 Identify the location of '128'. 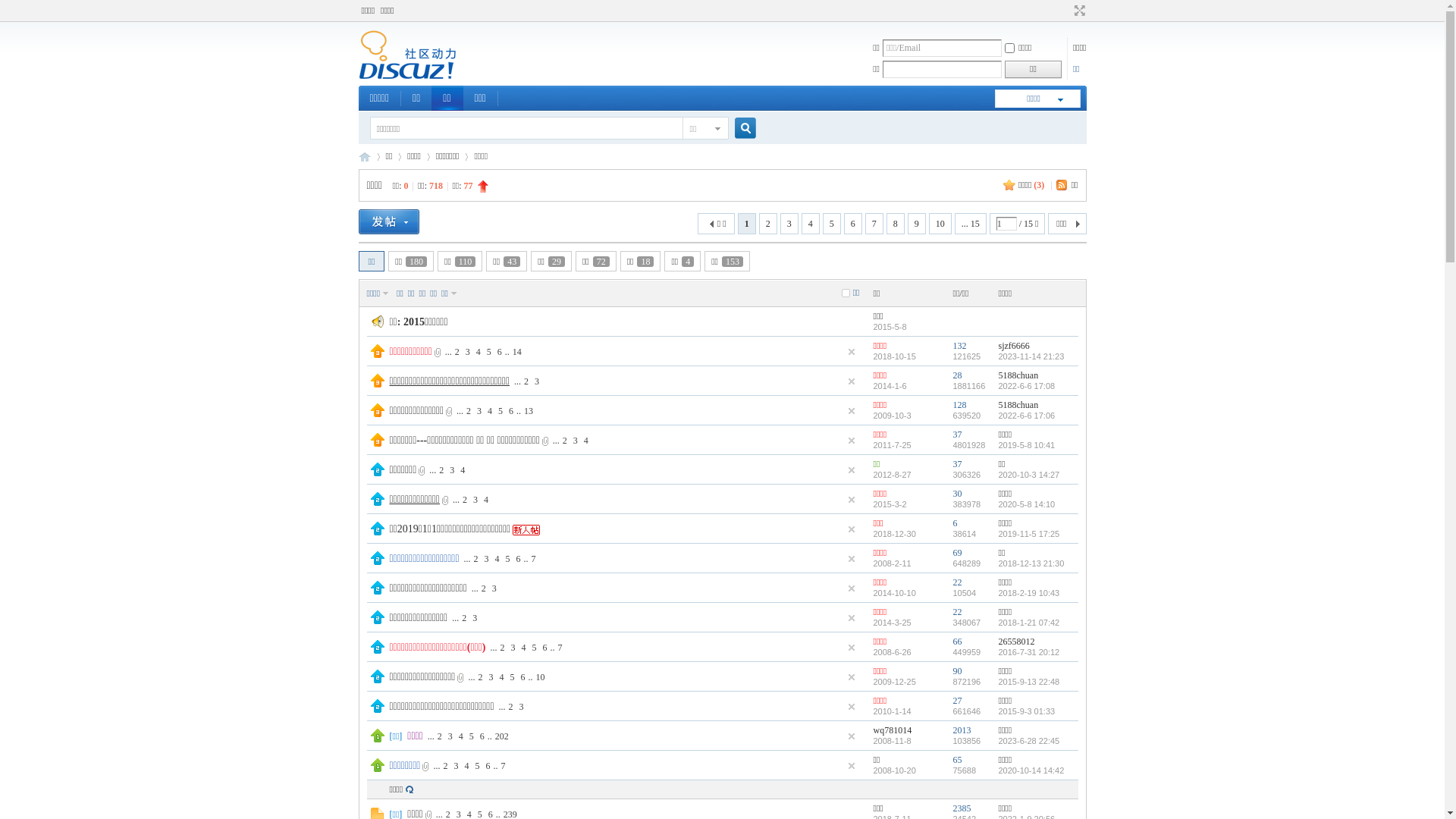
(959, 403).